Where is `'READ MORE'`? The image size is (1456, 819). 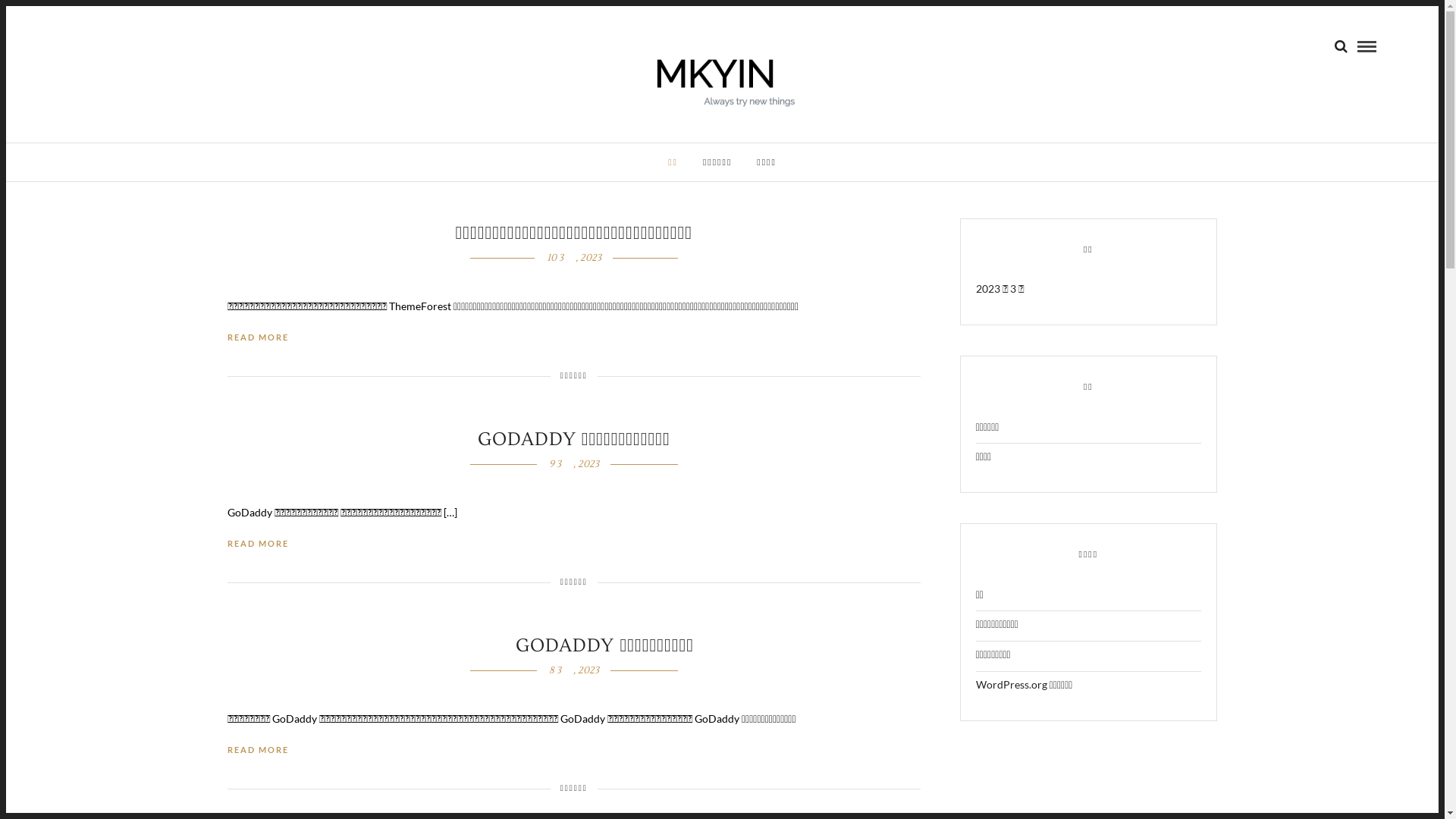
'READ MORE' is located at coordinates (258, 543).